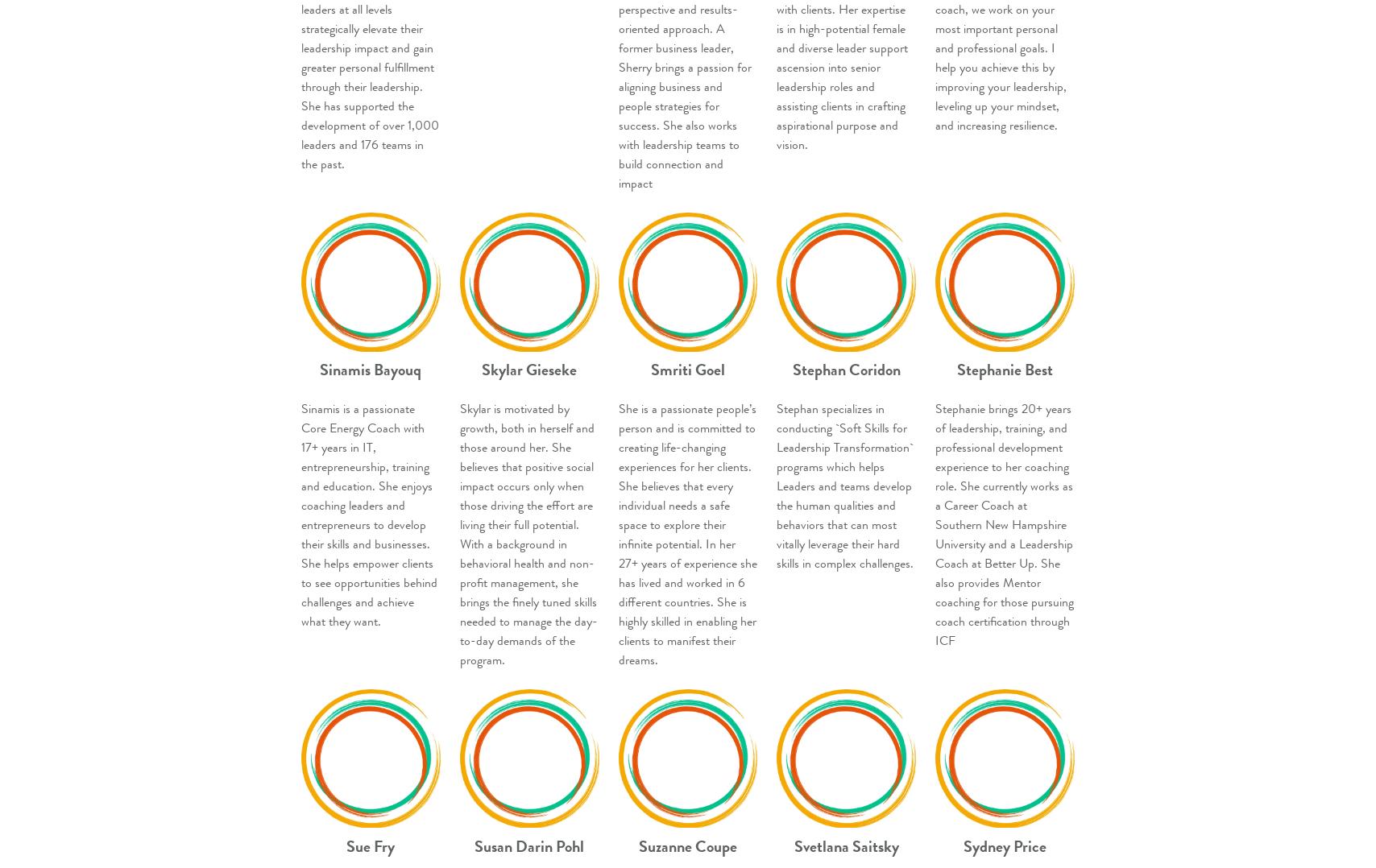 The height and width of the screenshot is (868, 1376). What do you see at coordinates (458, 533) in the screenshot?
I see `'Skylar is motivated by growth, both in herself and those around her. She believes that positive social impact occurs only when those driving the effort are living their full potential. With a background in behavioral health and non-profit management, she brings the finely tuned skills needed to manage the day-to-day demands of the program.'` at bounding box center [458, 533].